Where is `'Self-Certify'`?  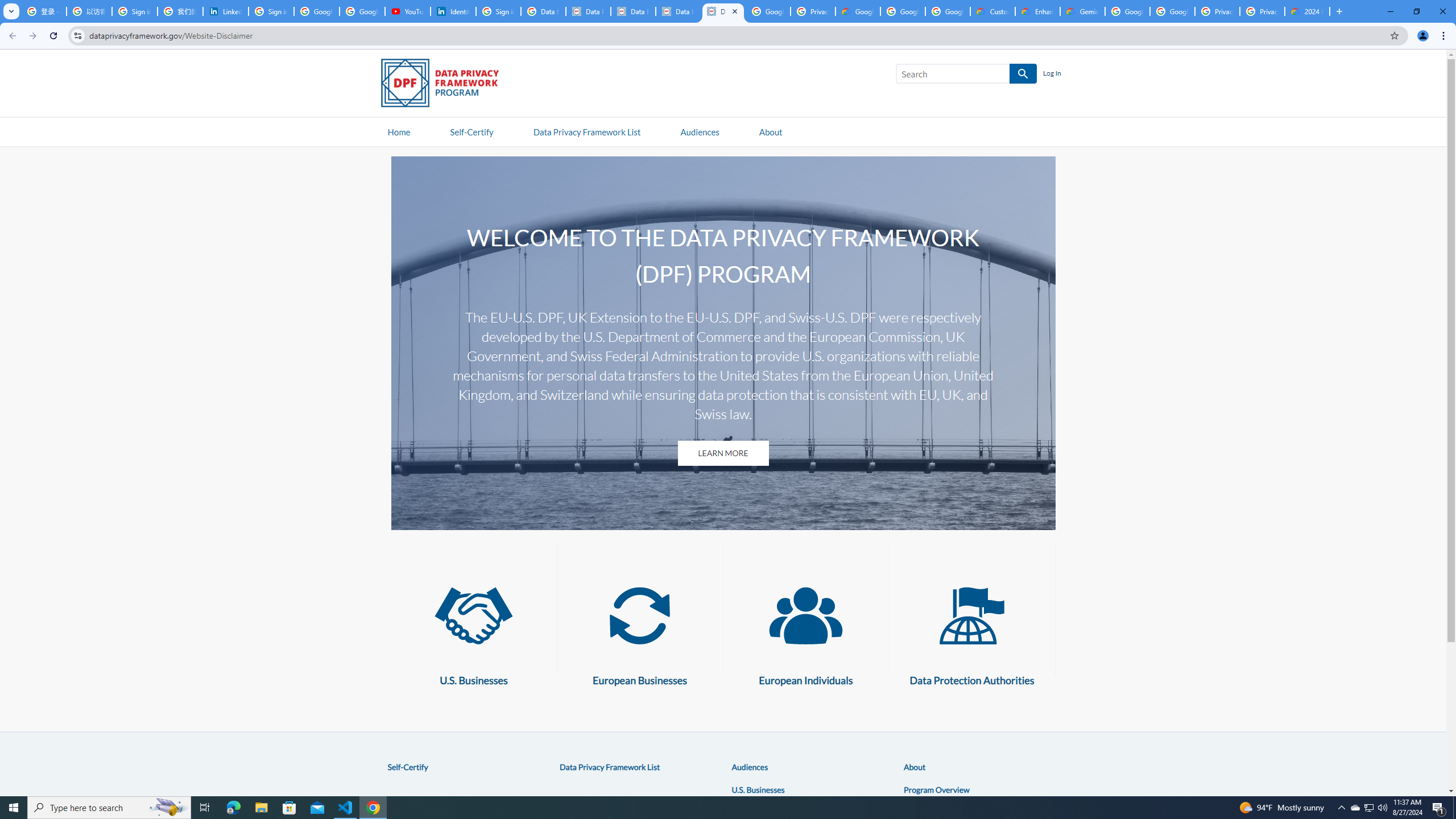 'Self-Certify' is located at coordinates (407, 766).